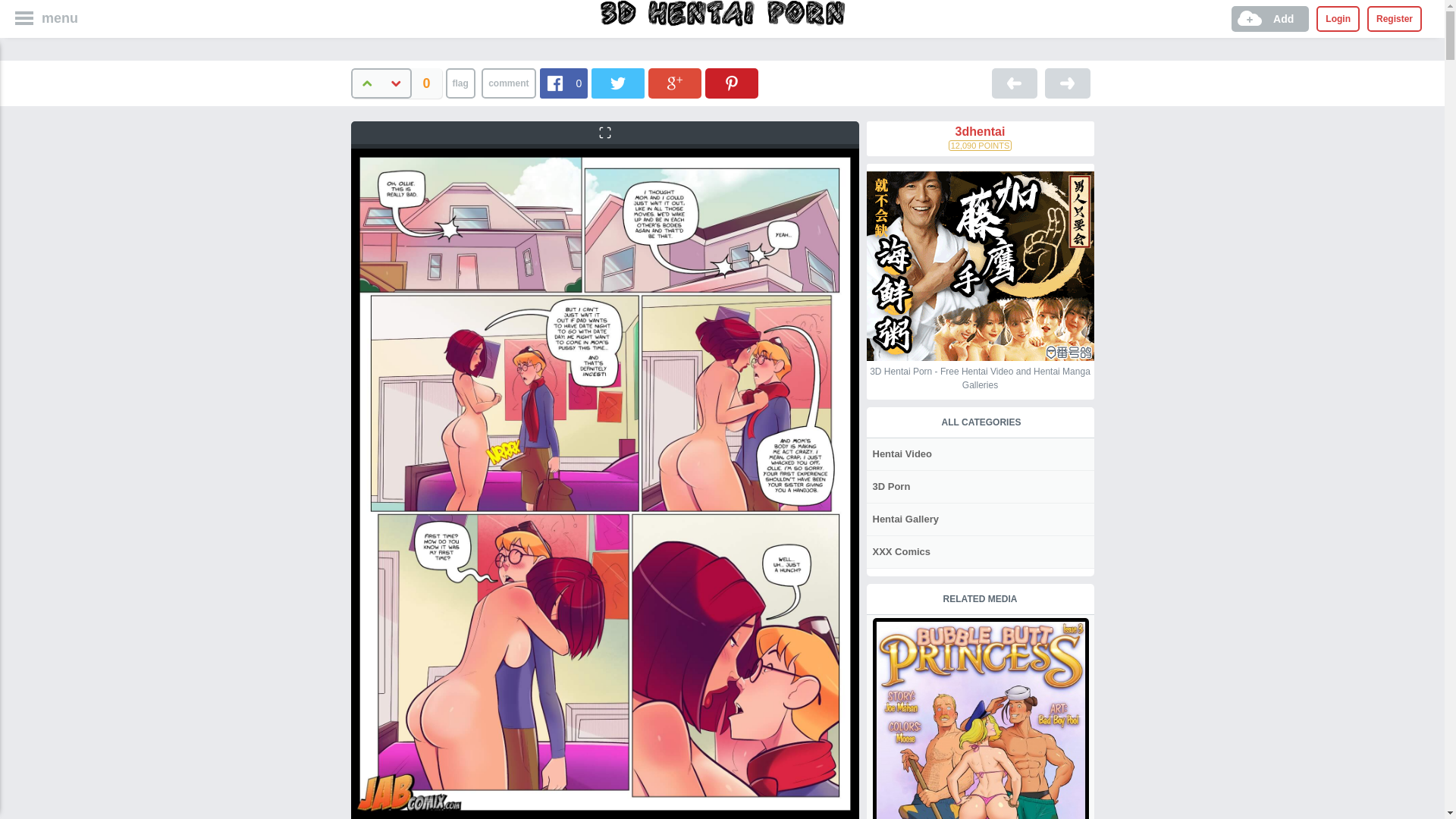  I want to click on 'ALL CATEGORIES', so click(980, 422).